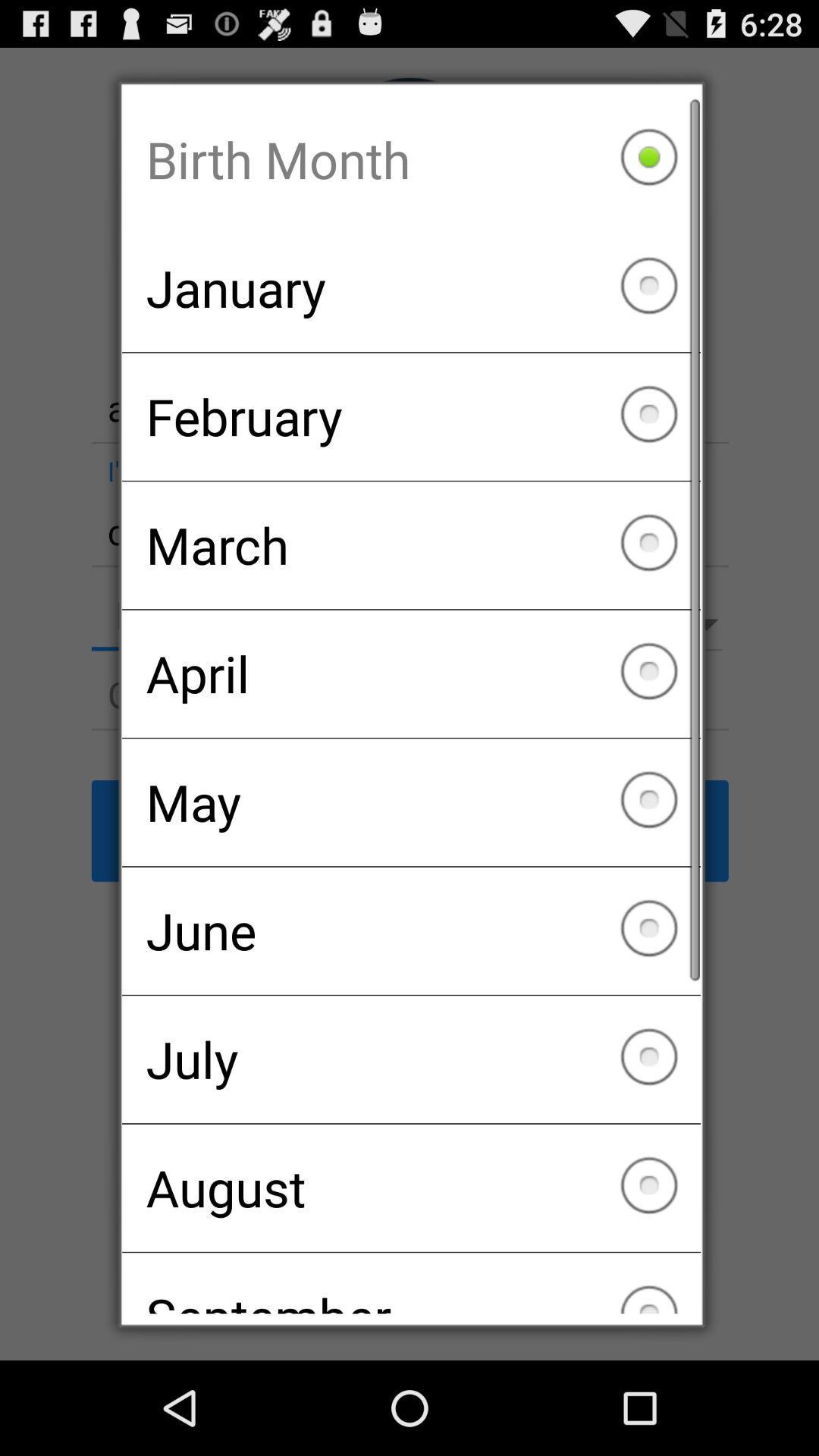 The width and height of the screenshot is (819, 1456). I want to click on the item above the may checkbox, so click(411, 673).